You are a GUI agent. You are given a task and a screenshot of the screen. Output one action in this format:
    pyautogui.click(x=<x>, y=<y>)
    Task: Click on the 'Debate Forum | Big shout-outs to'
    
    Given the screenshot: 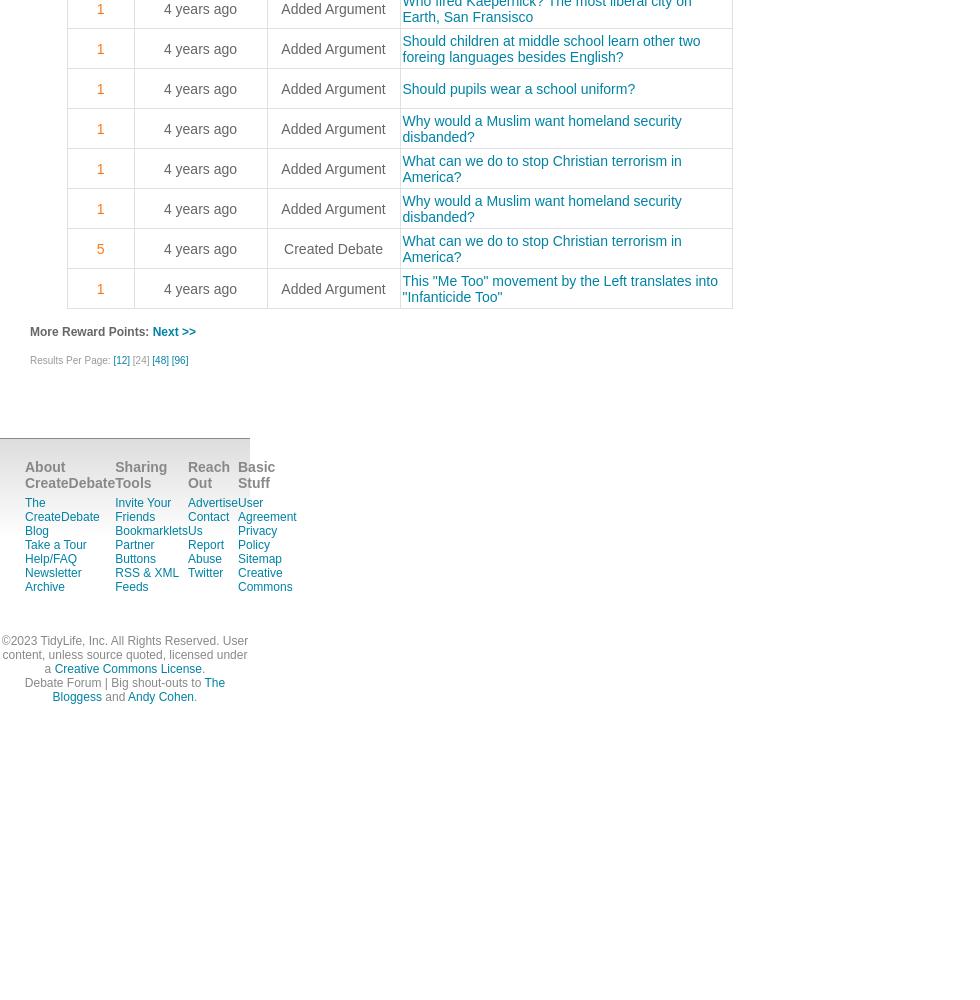 What is the action you would take?
    pyautogui.click(x=24, y=683)
    